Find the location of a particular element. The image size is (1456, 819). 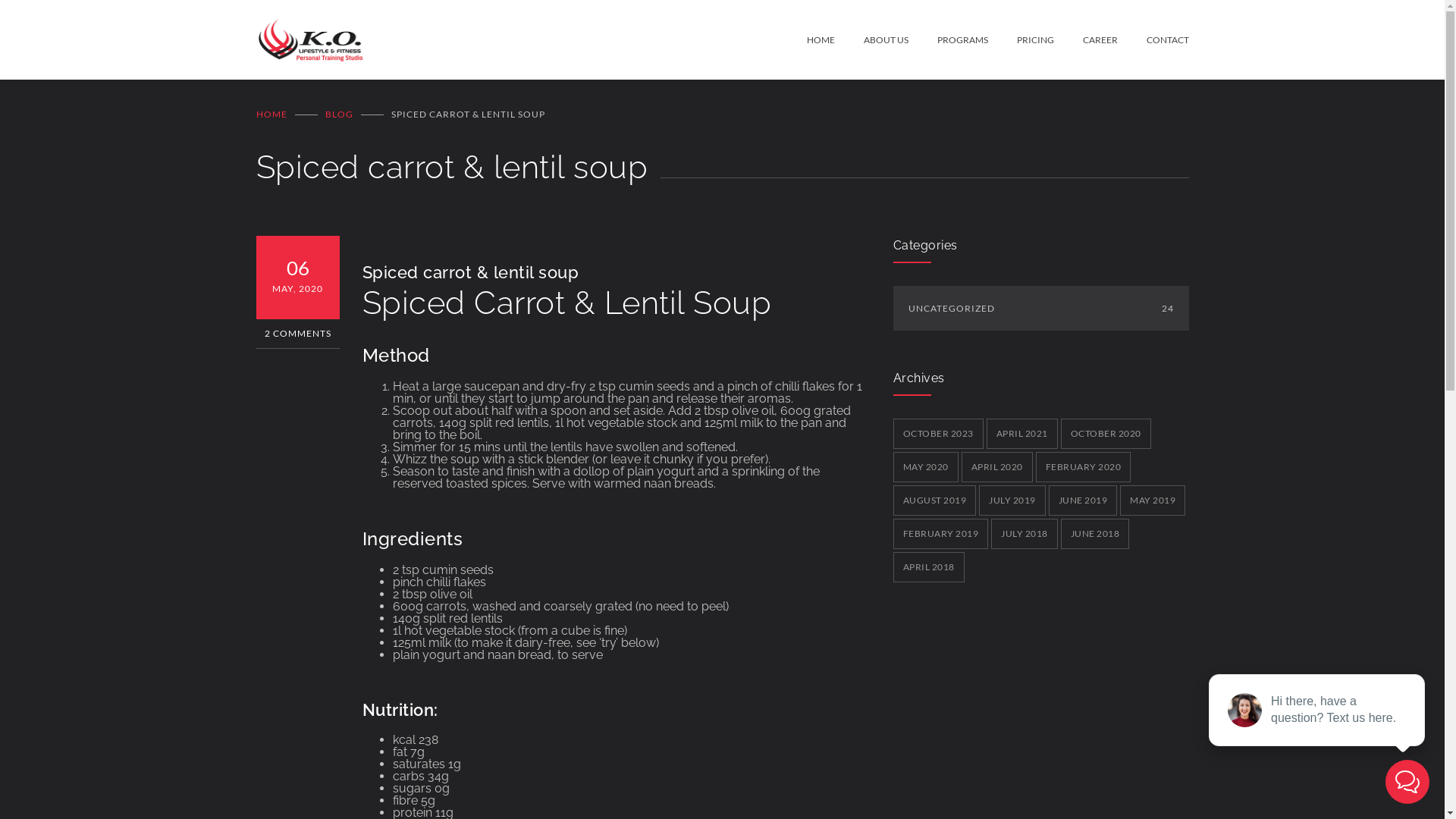

'BLOG' is located at coordinates (337, 113).